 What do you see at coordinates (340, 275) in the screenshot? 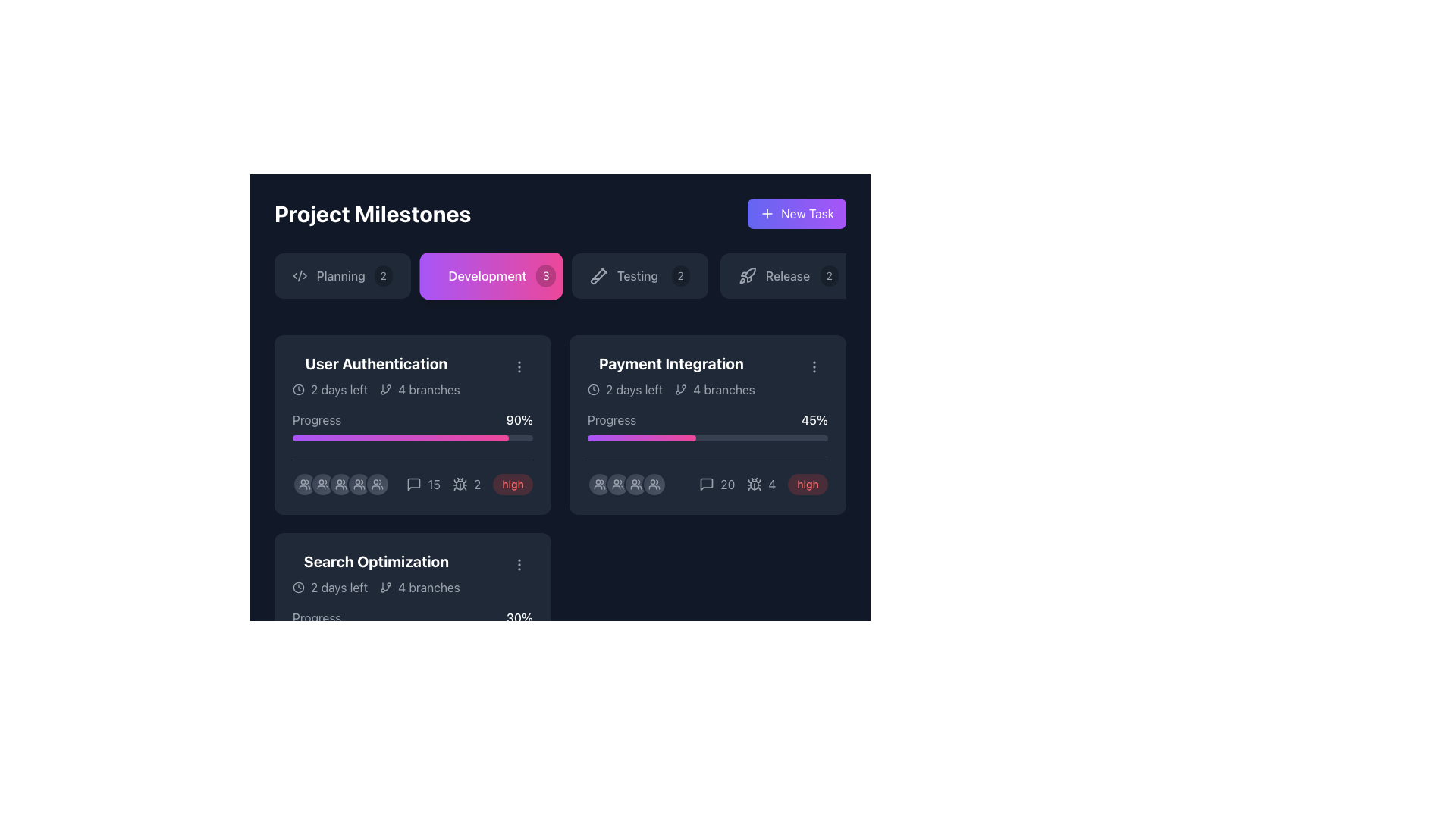
I see `the text label indicating the name or label of a task category, located to the right of an XML icon and to the left of a badge with the number '2'` at bounding box center [340, 275].